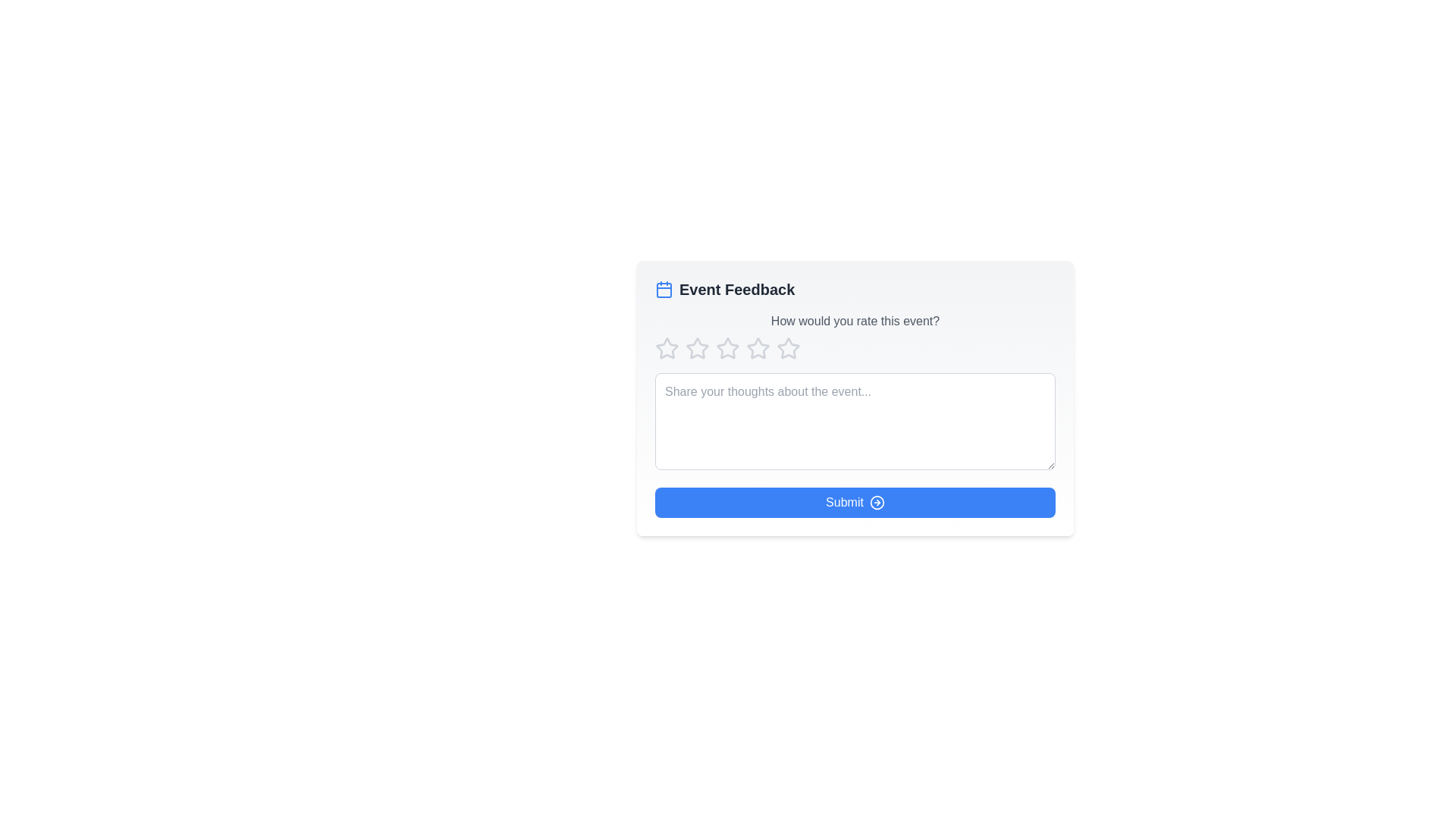  Describe the element at coordinates (855, 321) in the screenshot. I see `the text label that reads 'How would you rate this event?', styled in gray font and centrally aligned above the rating stars in the feedback form interface` at that location.